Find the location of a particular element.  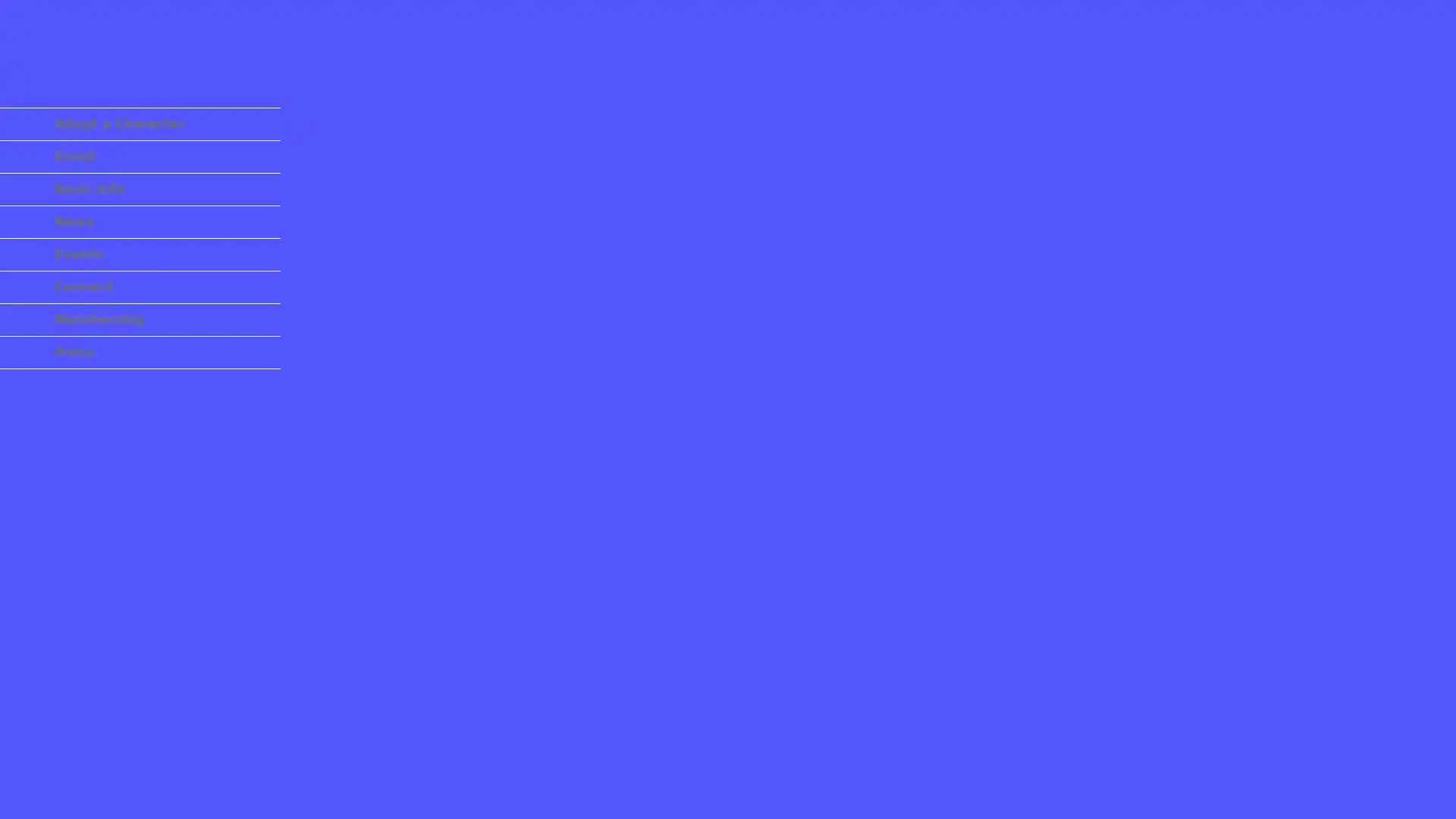

3 U+00B3 is located at coordinates (570, 171).